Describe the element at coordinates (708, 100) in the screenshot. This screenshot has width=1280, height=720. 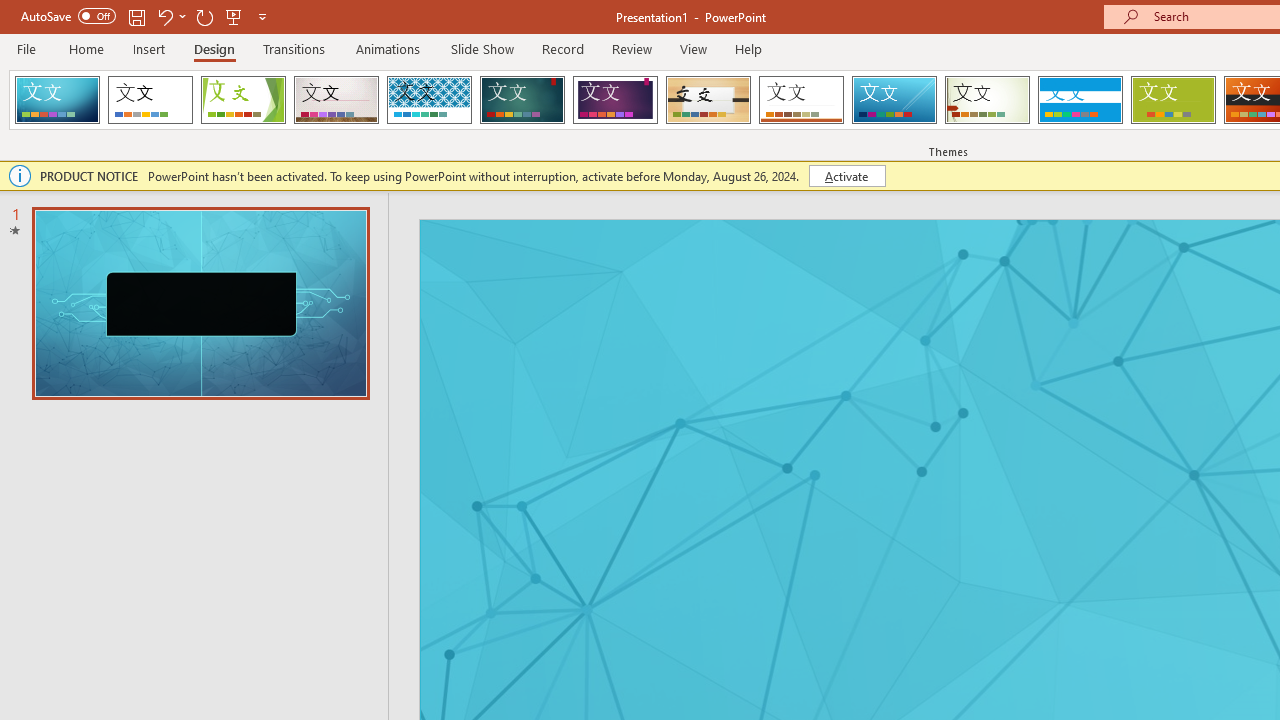
I see `'Organic'` at that location.